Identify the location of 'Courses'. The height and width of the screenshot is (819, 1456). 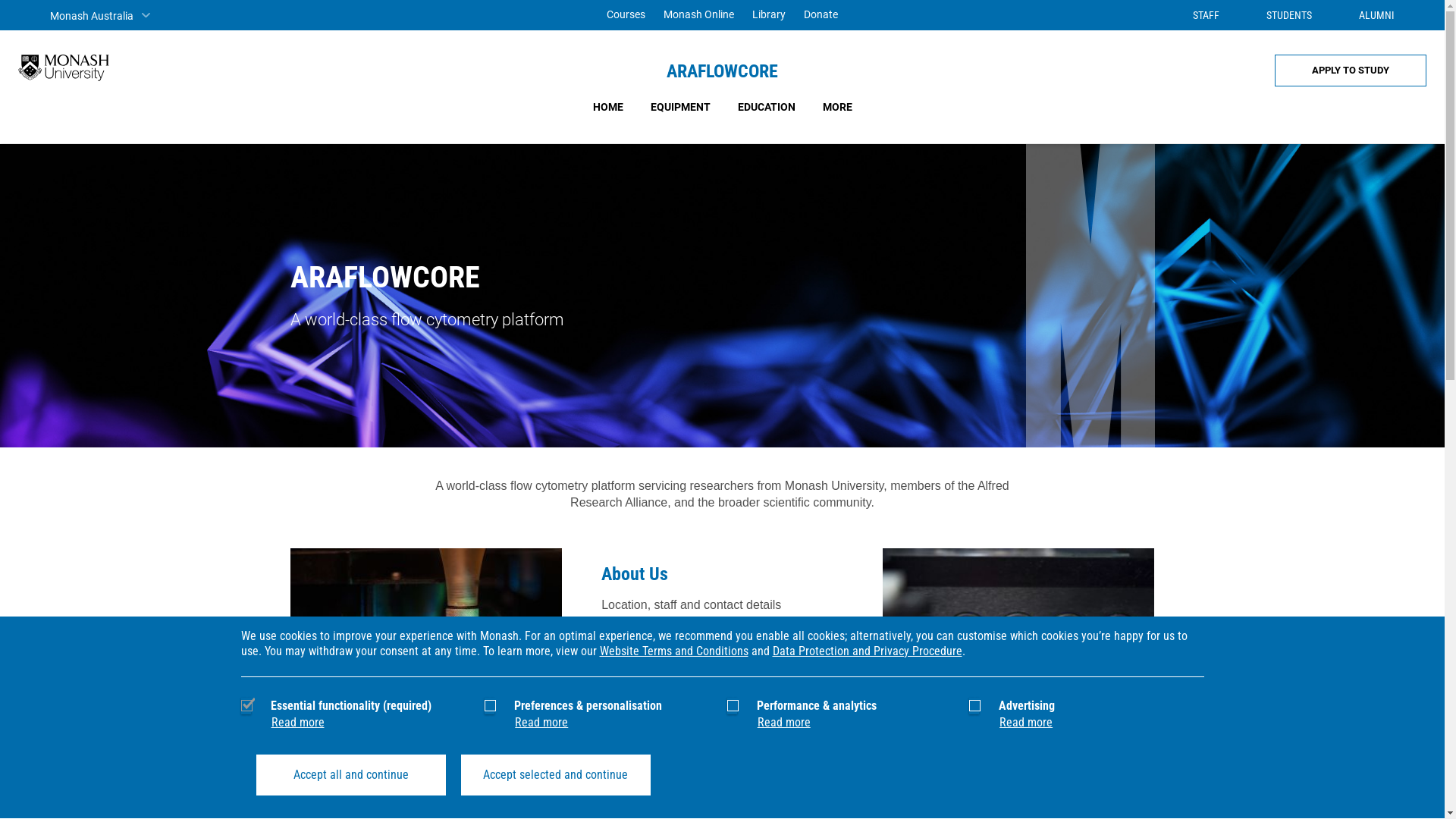
(626, 14).